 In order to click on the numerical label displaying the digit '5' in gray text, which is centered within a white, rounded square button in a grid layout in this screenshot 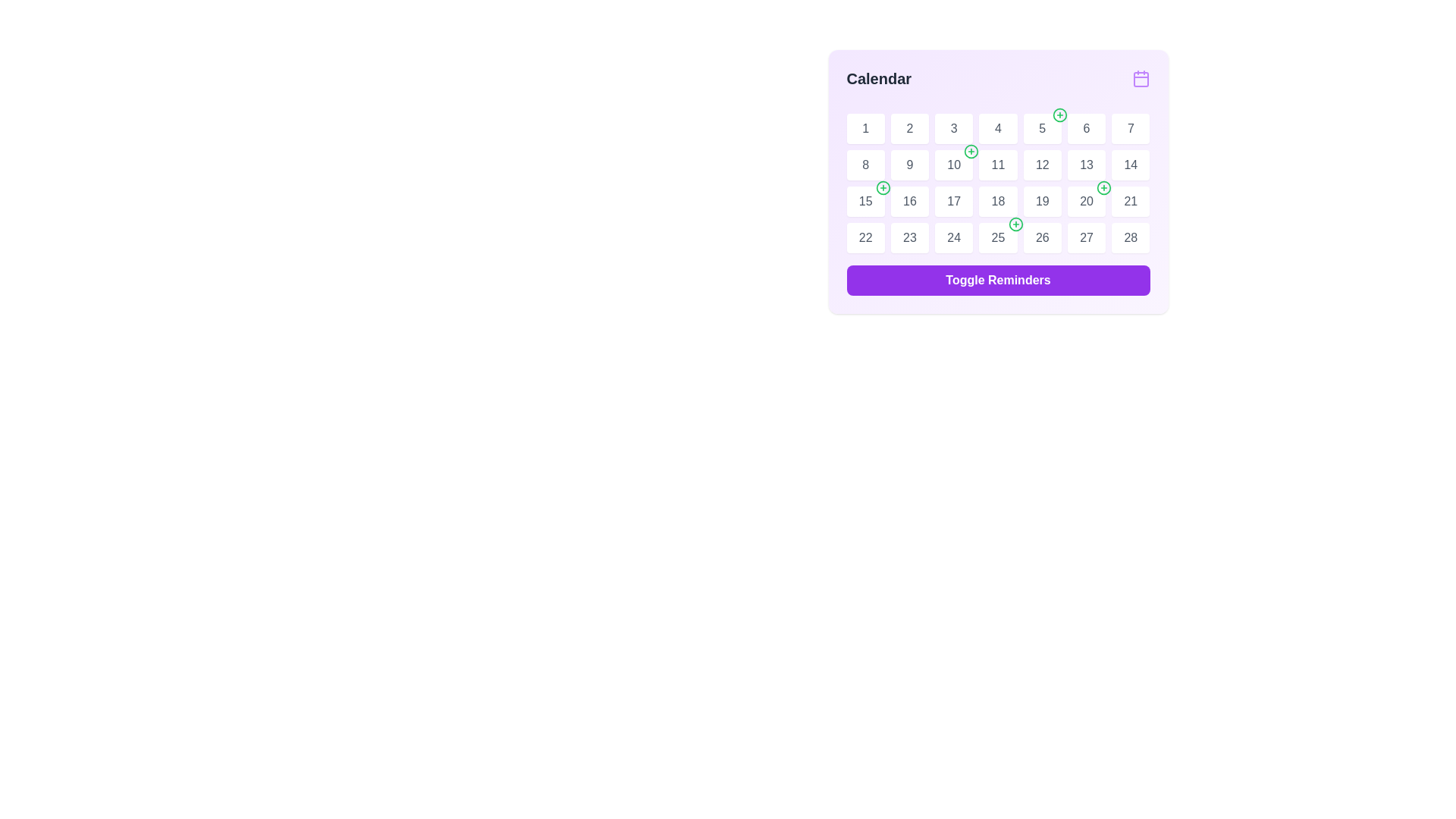, I will do `click(1041, 127)`.